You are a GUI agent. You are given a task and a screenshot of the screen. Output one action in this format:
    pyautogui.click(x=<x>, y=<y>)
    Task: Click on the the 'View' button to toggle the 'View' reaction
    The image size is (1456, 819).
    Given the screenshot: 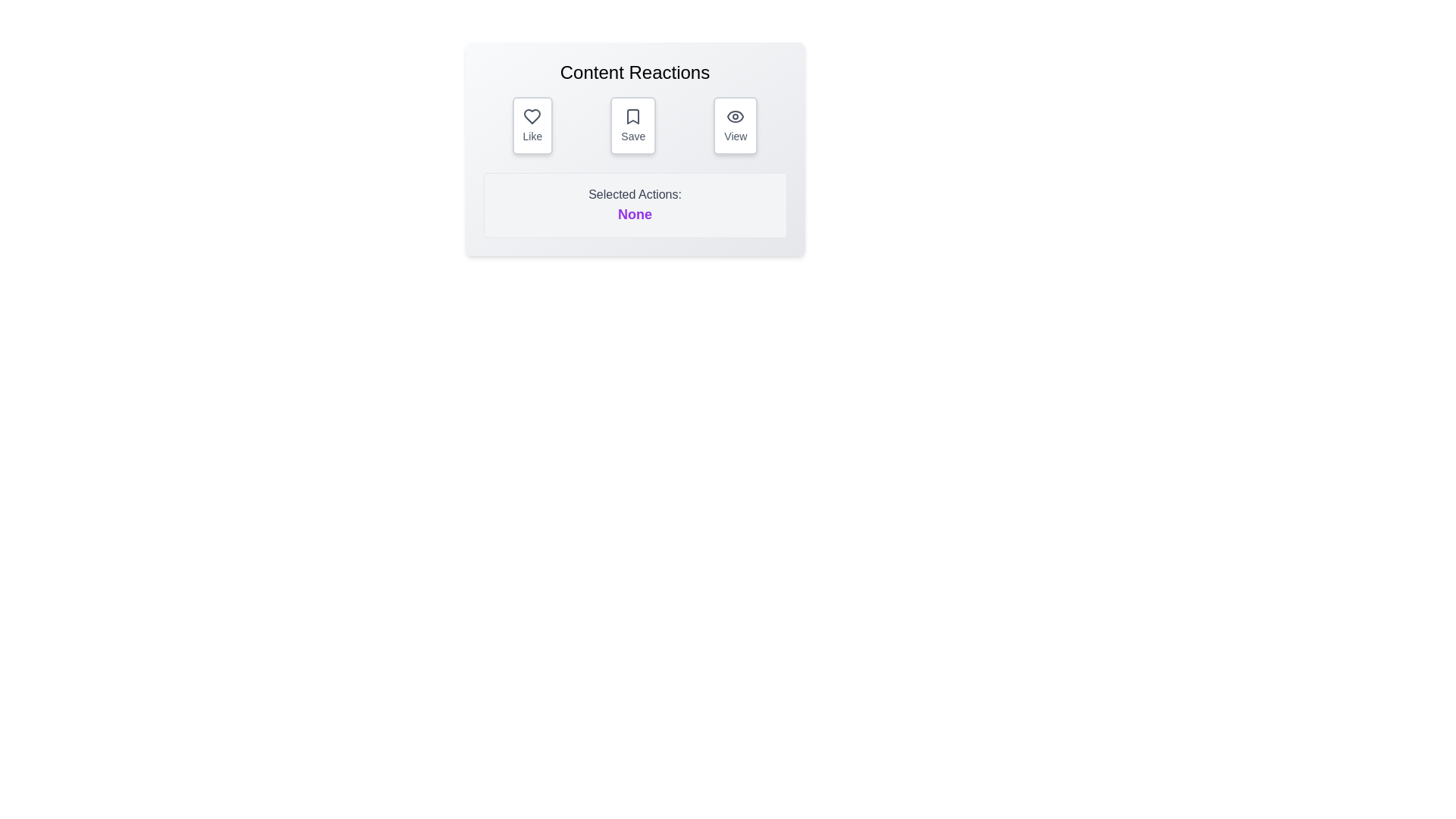 What is the action you would take?
    pyautogui.click(x=736, y=124)
    